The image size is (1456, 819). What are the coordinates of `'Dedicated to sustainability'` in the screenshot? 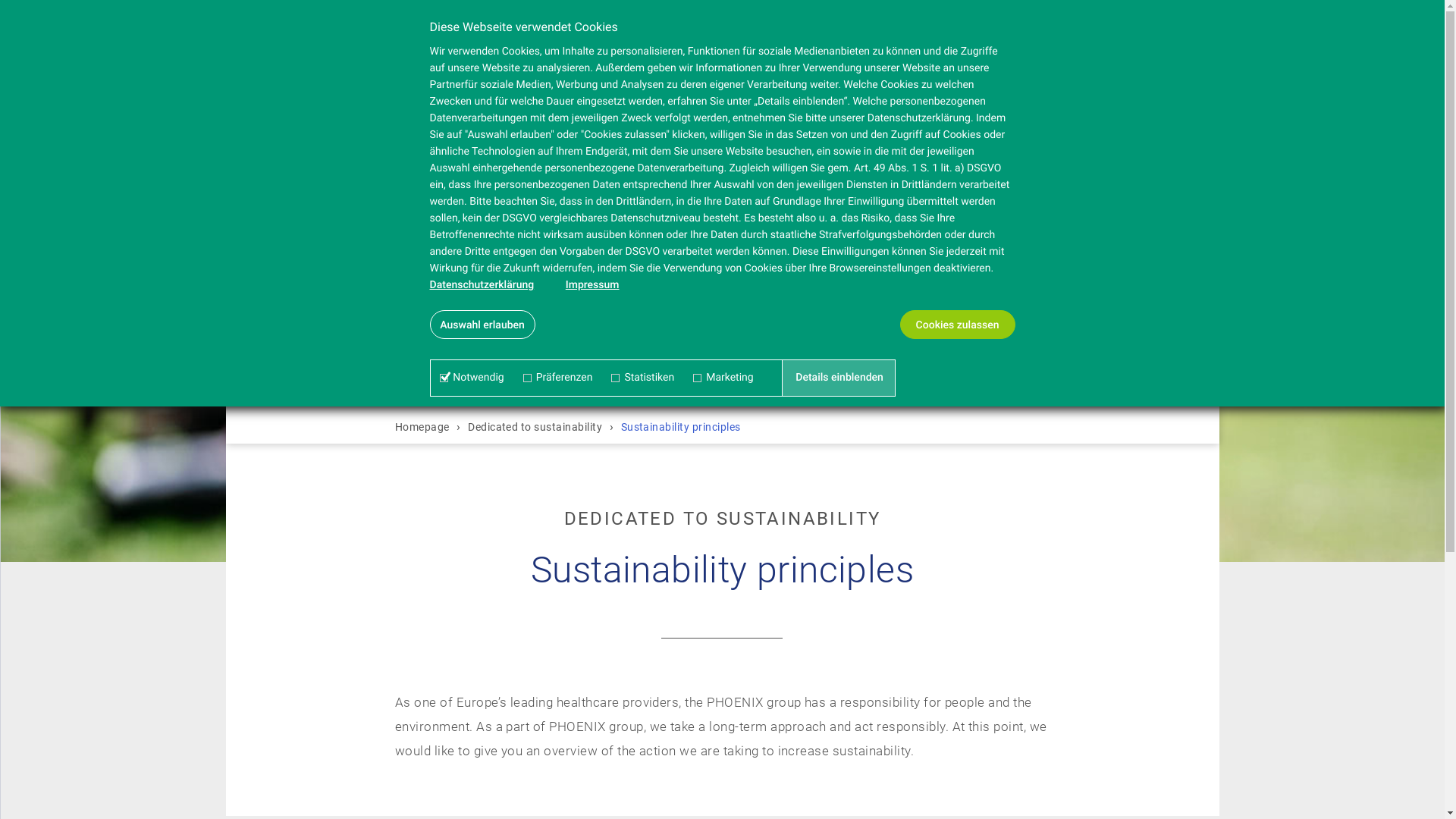 It's located at (463, 427).